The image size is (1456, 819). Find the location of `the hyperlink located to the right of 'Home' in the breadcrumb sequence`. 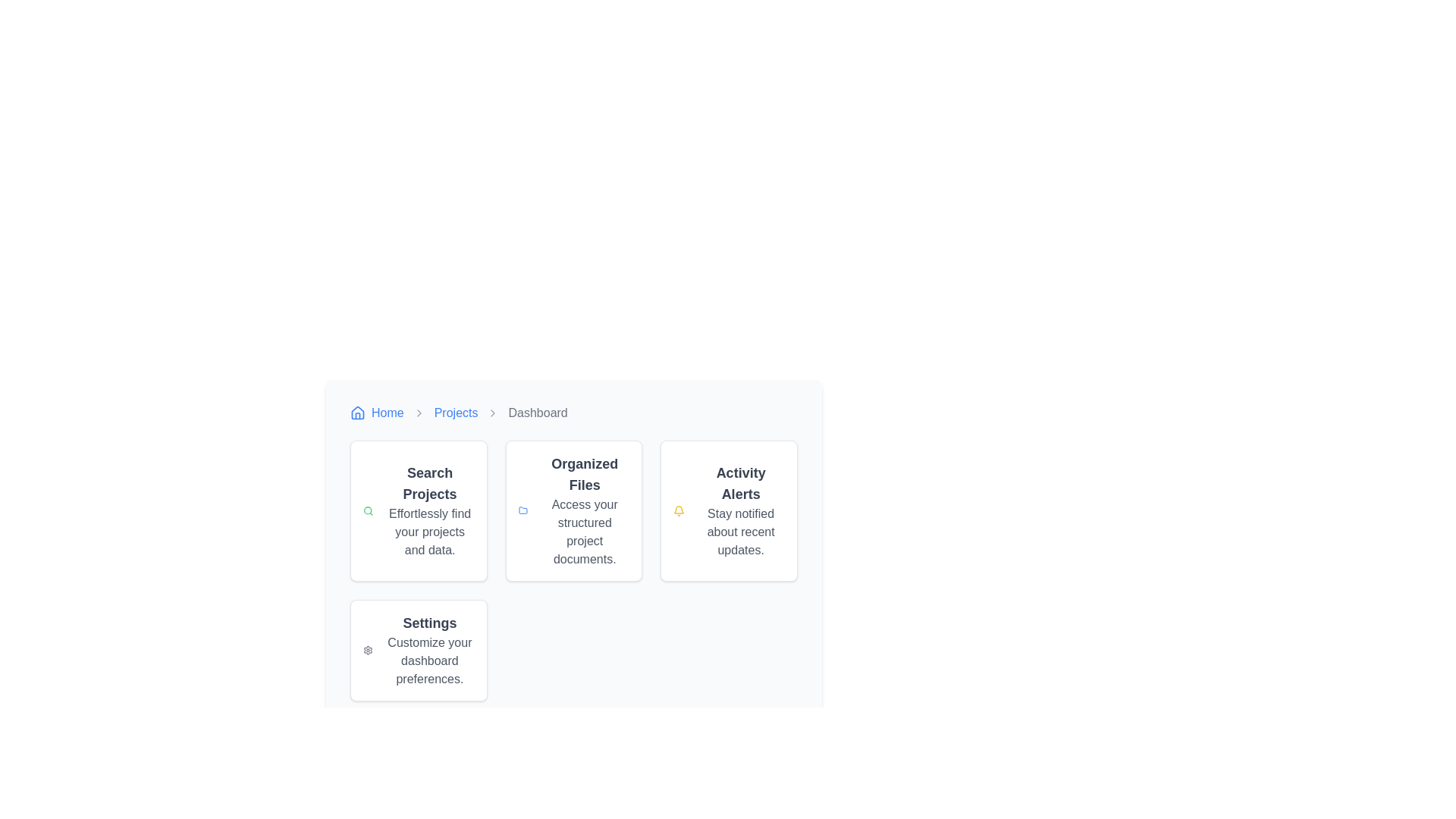

the hyperlink located to the right of 'Home' in the breadcrumb sequence is located at coordinates (455, 413).